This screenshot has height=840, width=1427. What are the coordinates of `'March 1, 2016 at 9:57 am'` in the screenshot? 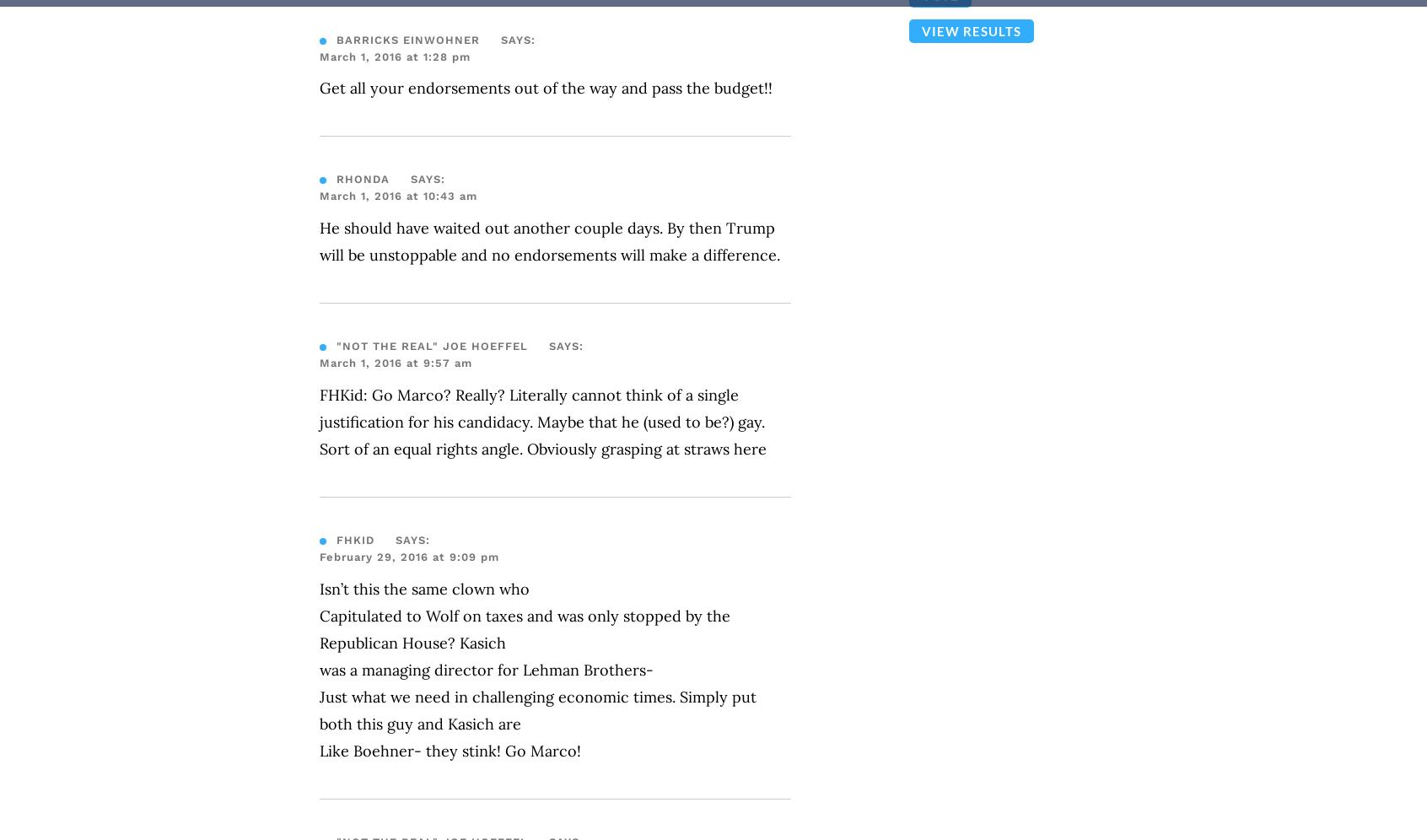 It's located at (320, 363).